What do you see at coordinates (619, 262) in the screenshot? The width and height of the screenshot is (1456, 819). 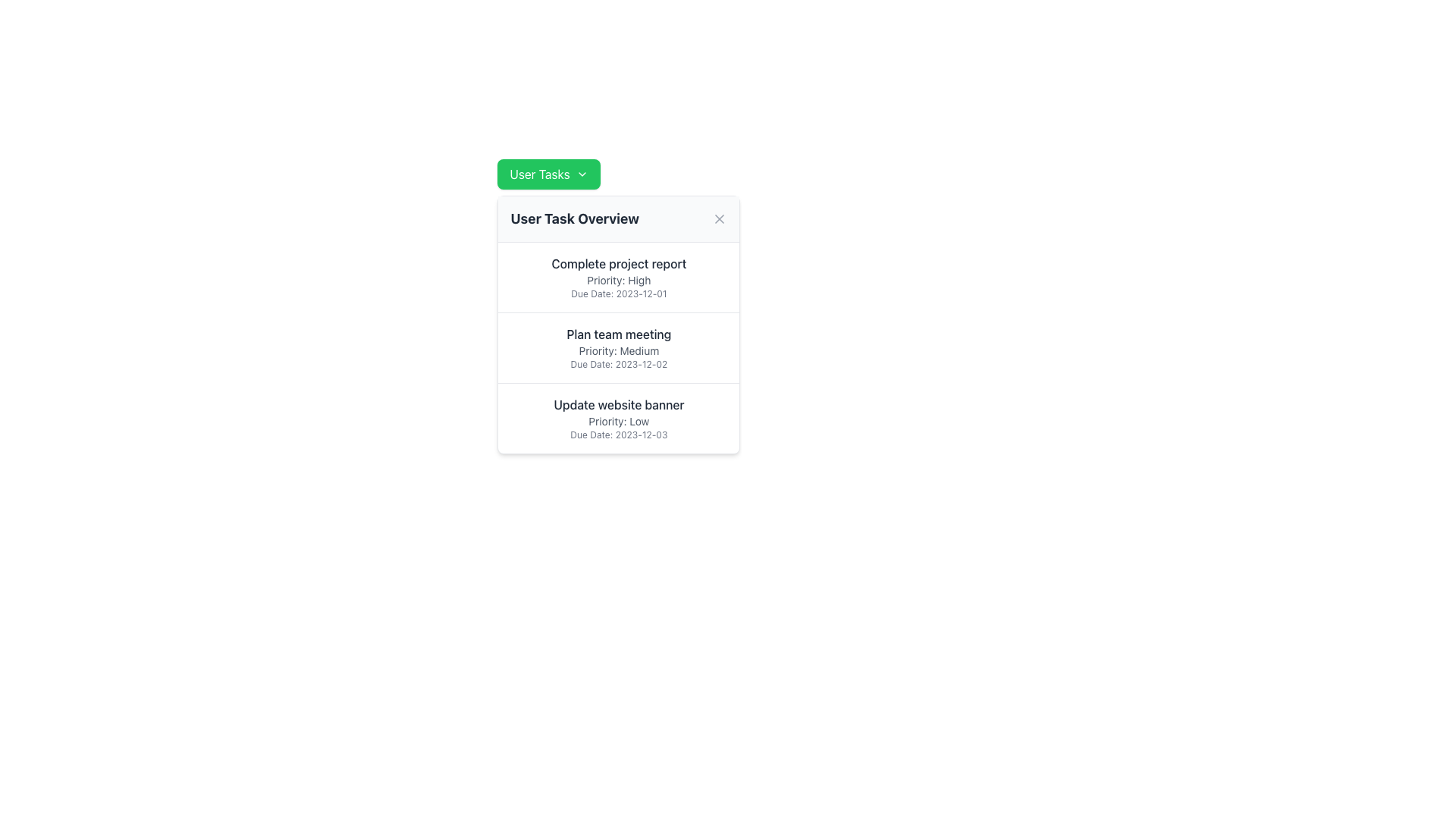 I see `text content of the Text Display that shows 'Complete project report', located at the top of the task overview panel` at bounding box center [619, 262].